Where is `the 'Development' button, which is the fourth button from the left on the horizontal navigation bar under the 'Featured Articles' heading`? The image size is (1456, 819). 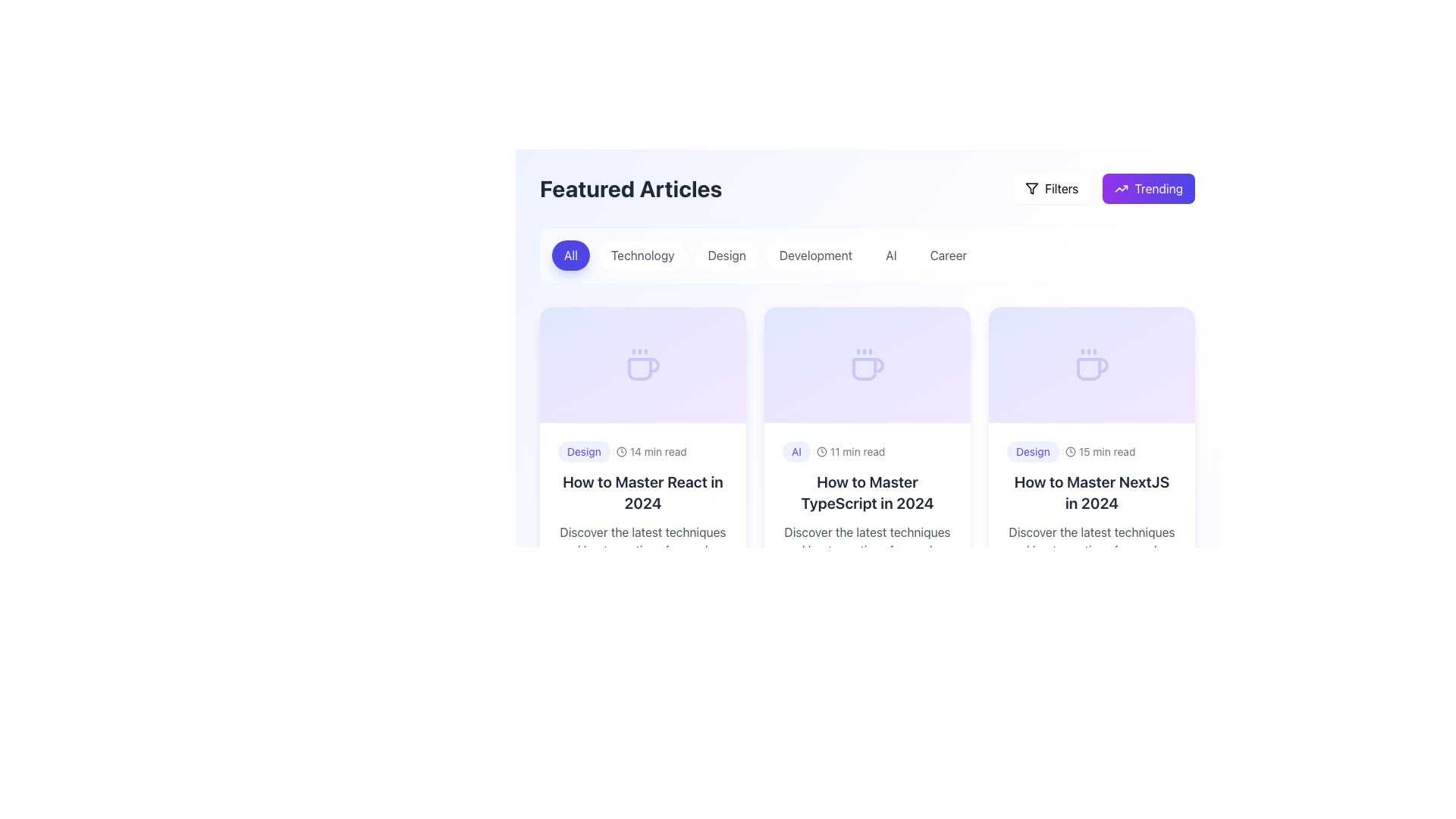 the 'Development' button, which is the fourth button from the left on the horizontal navigation bar under the 'Featured Articles' heading is located at coordinates (814, 254).